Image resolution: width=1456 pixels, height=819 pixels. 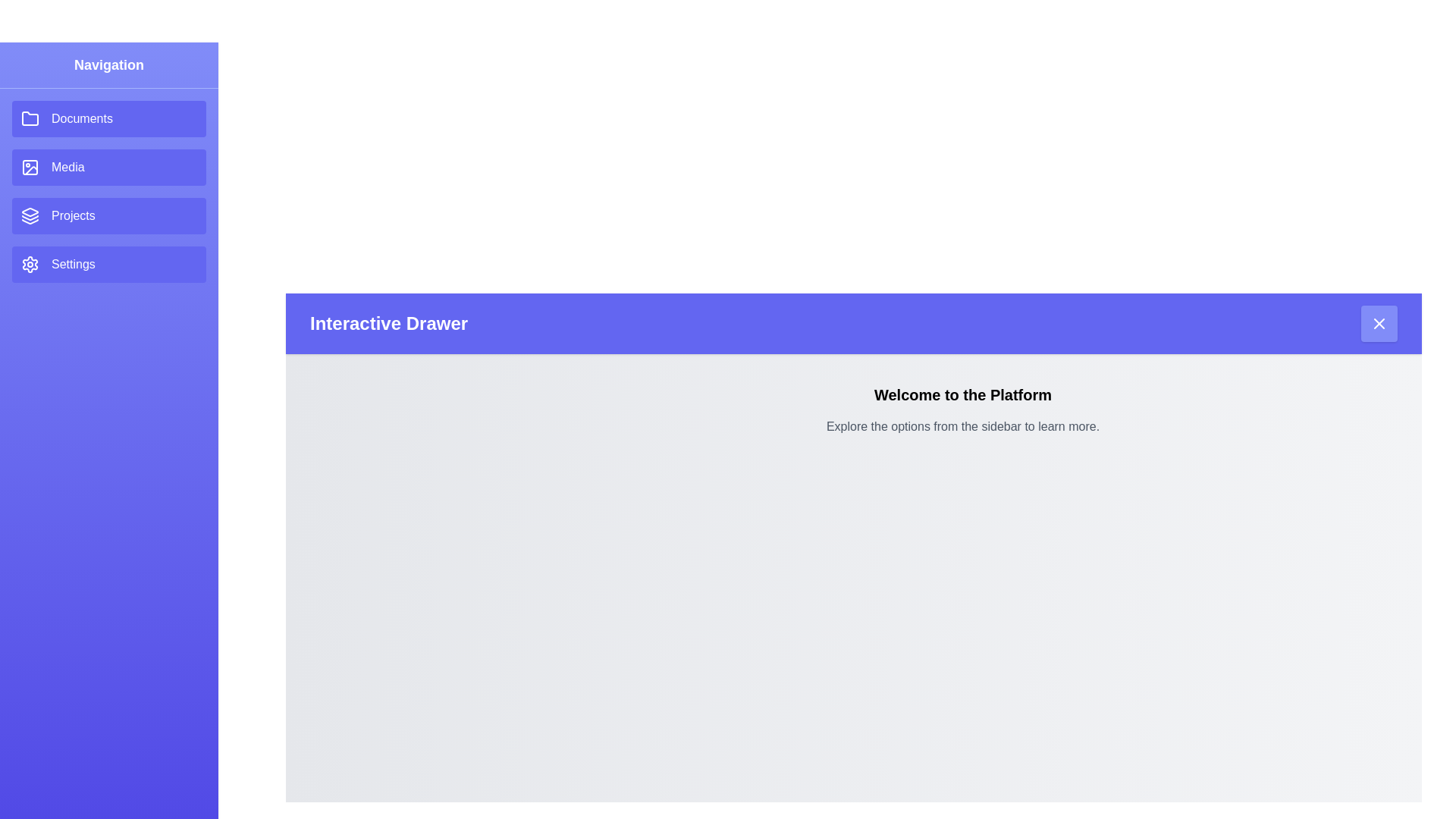 What do you see at coordinates (108, 167) in the screenshot?
I see `the drawer item Media` at bounding box center [108, 167].